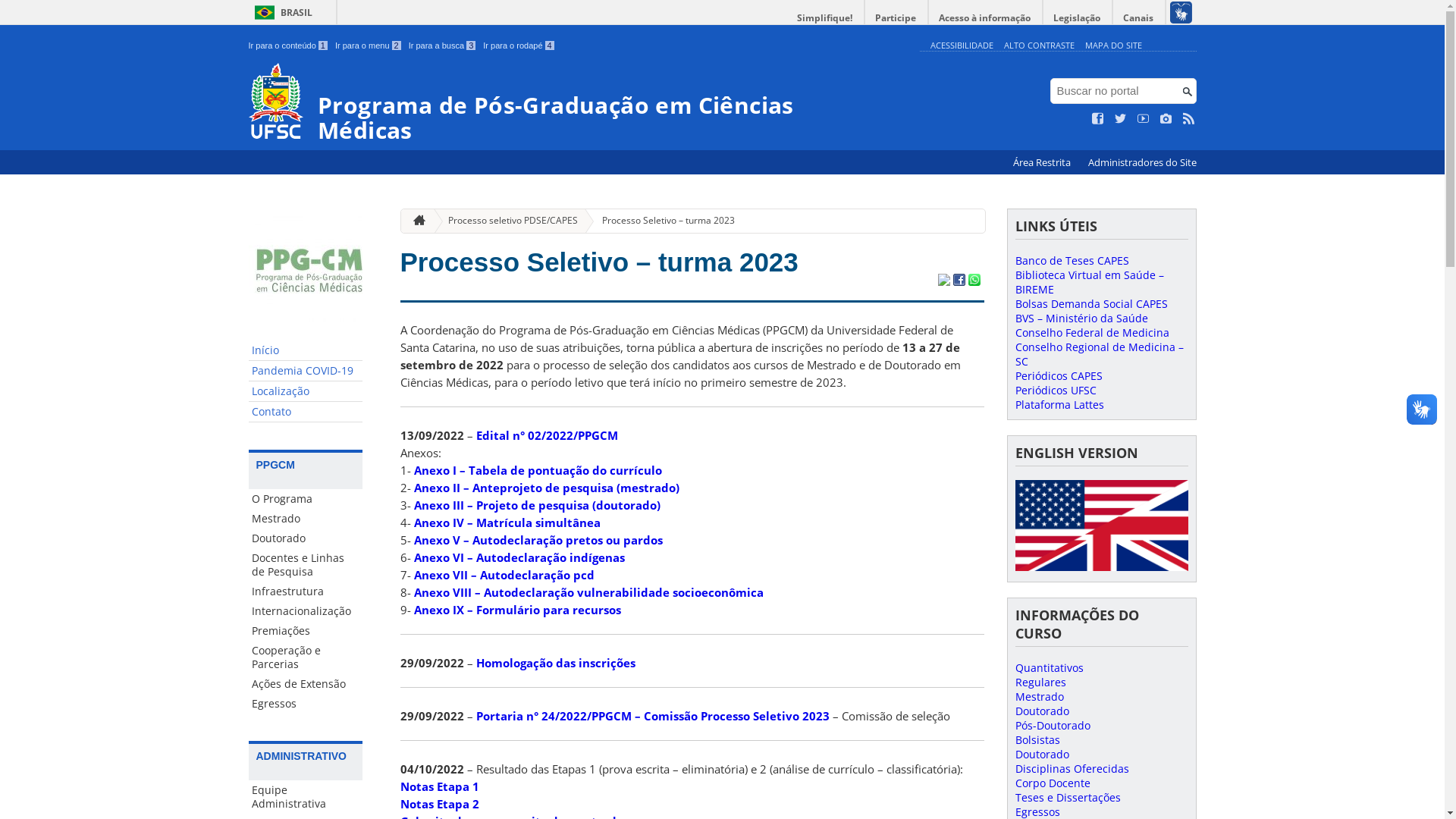  Describe the element at coordinates (1070, 259) in the screenshot. I see `'Banco de Teses CAPES'` at that location.